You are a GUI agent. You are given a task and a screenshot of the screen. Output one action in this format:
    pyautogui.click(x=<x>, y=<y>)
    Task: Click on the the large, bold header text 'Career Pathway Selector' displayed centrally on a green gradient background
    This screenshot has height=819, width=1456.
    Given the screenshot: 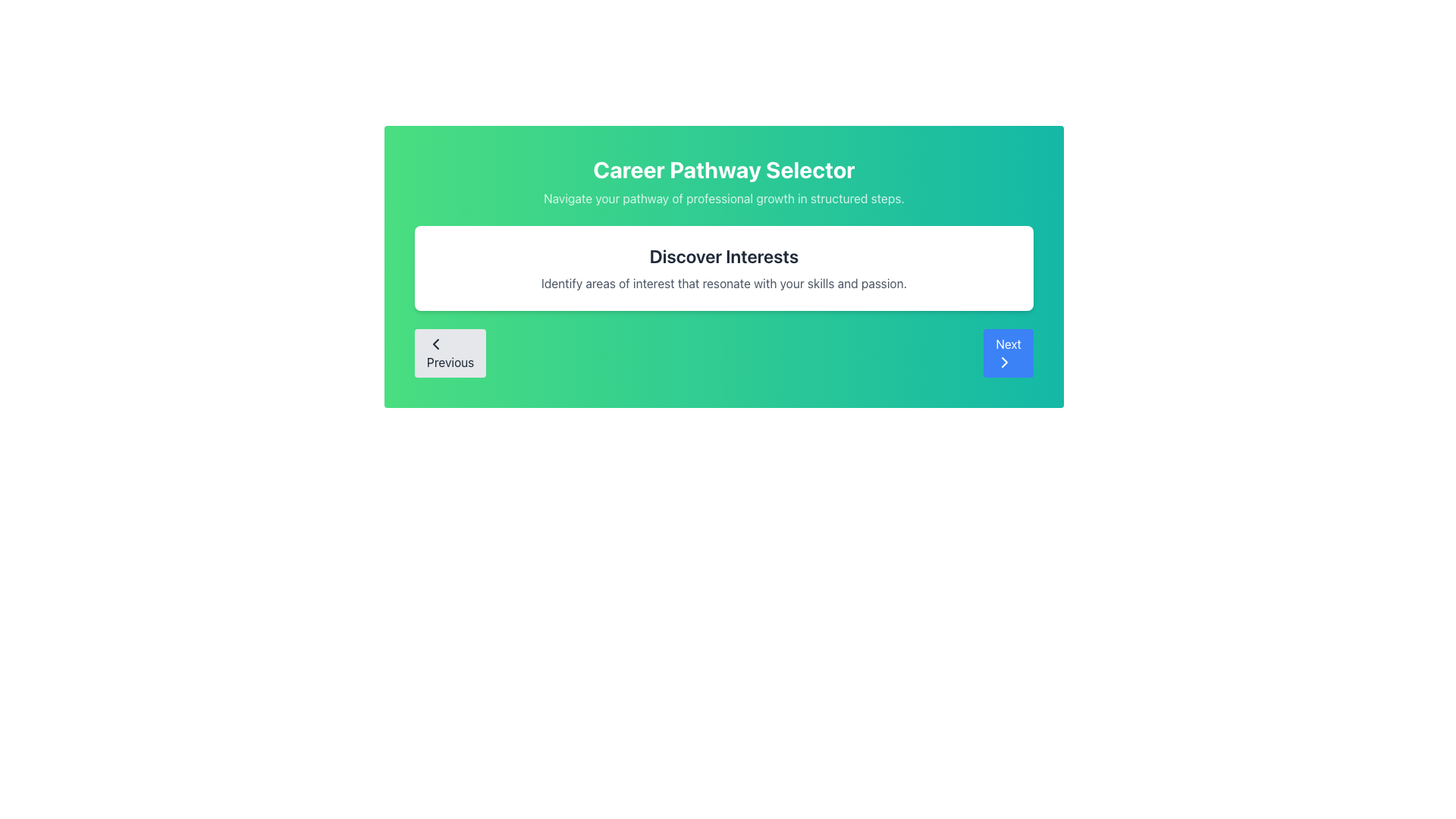 What is the action you would take?
    pyautogui.click(x=723, y=169)
    